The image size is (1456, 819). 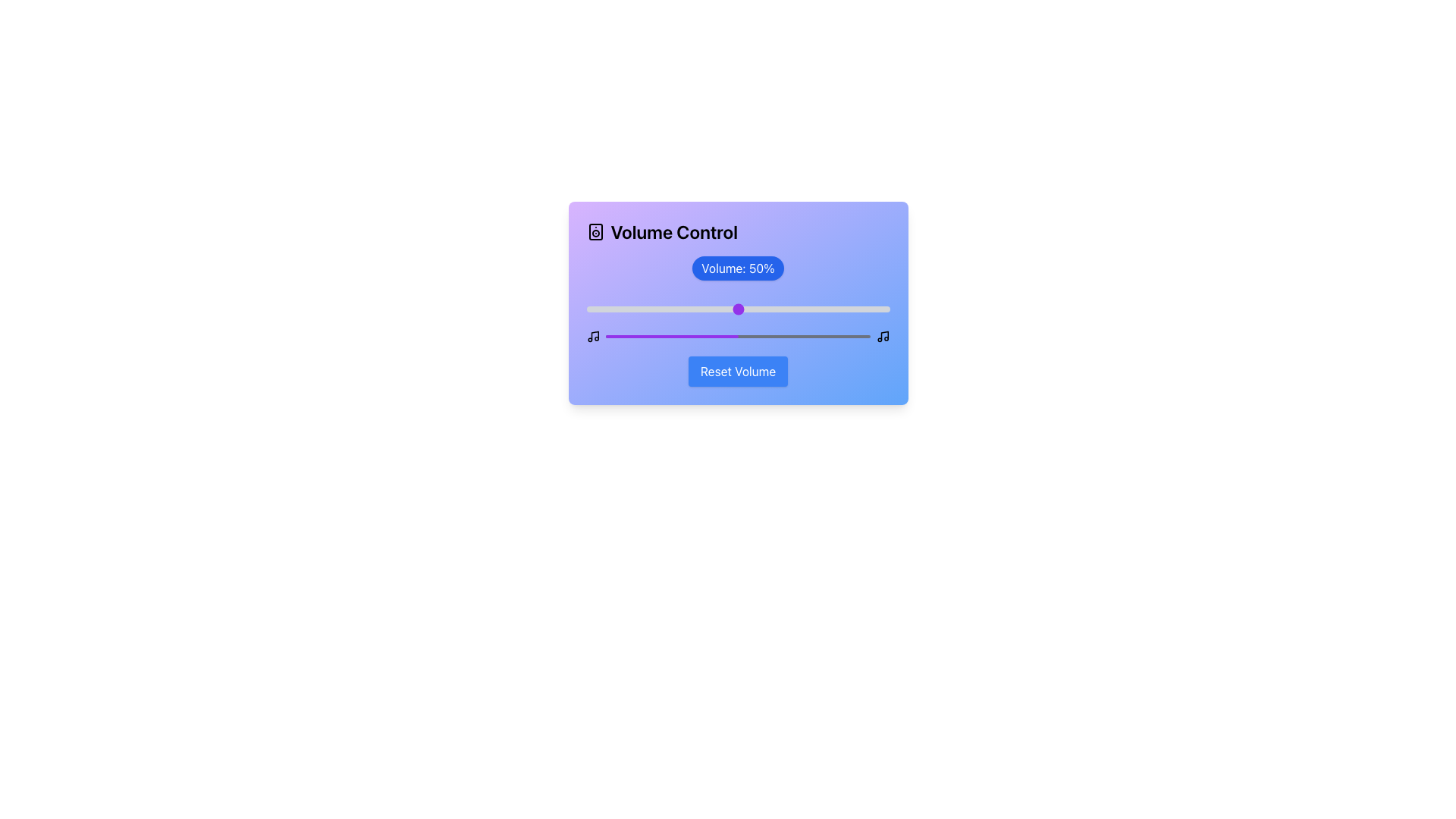 What do you see at coordinates (834, 309) in the screenshot?
I see `volume` at bounding box center [834, 309].